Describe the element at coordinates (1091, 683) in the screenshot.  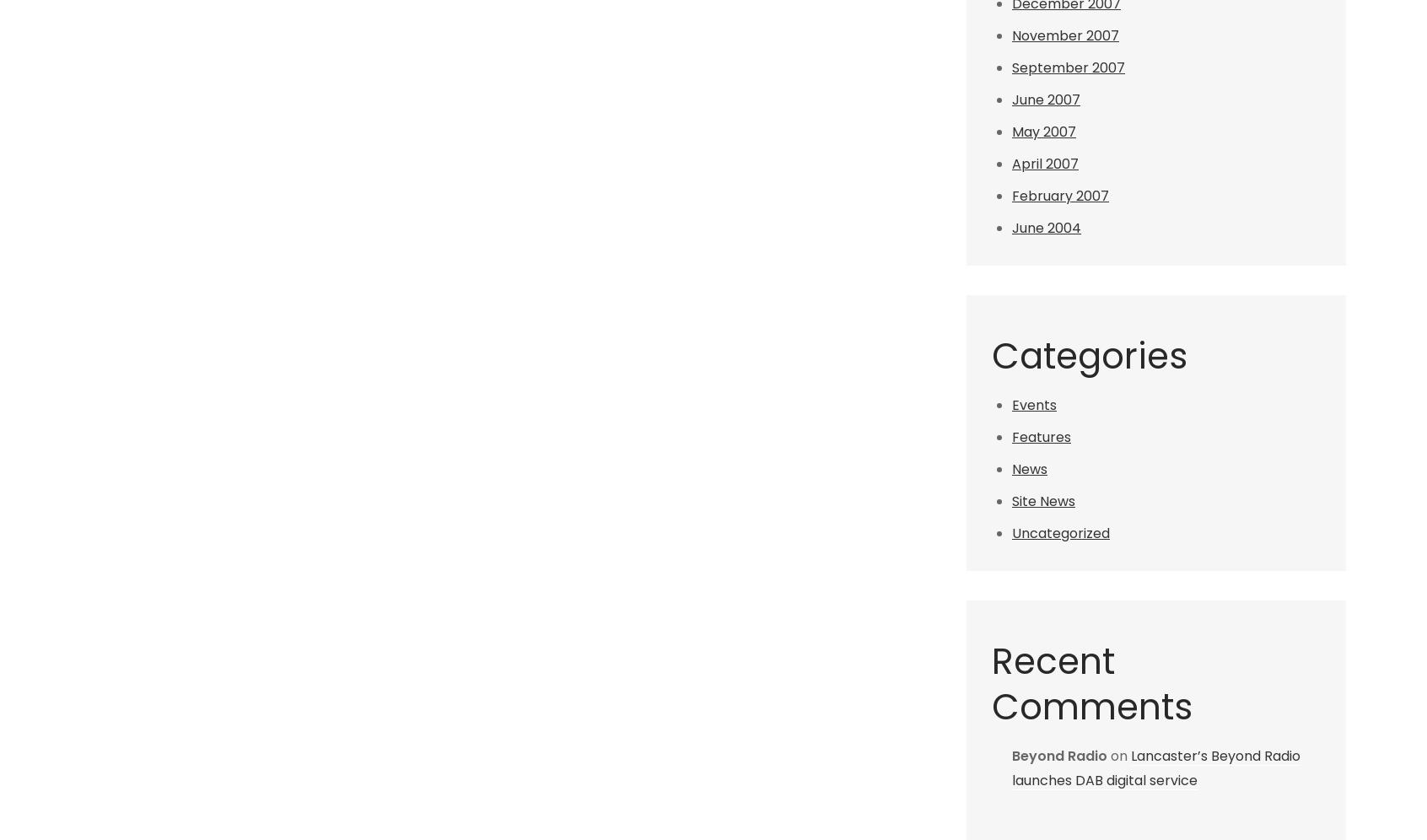
I see `'Recent Comments'` at that location.